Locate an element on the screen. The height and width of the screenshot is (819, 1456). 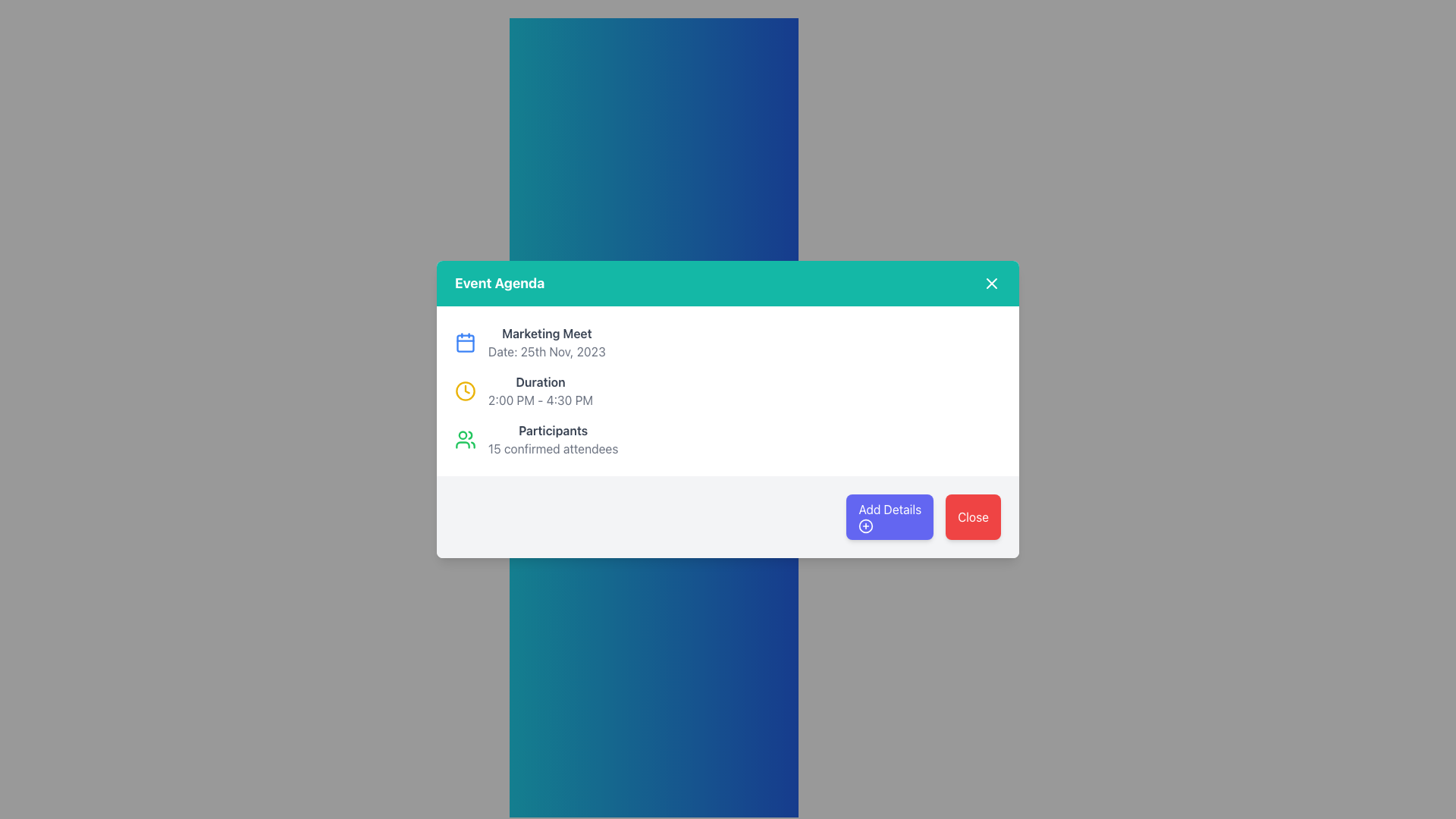
the small square button with an 'X' mark on a teal-colored background is located at coordinates (992, 284).